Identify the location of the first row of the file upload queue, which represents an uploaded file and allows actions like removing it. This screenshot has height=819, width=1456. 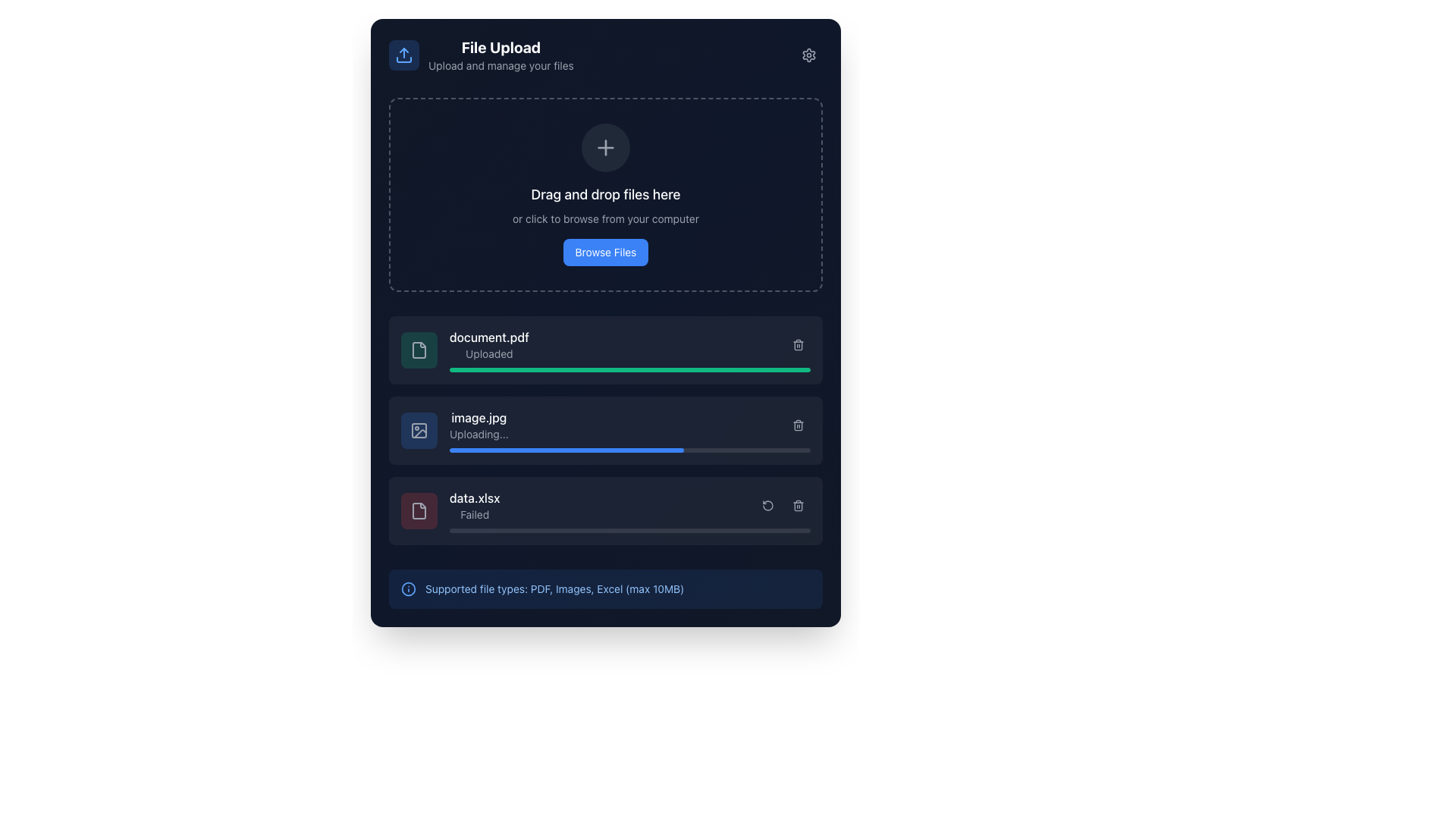
(629, 345).